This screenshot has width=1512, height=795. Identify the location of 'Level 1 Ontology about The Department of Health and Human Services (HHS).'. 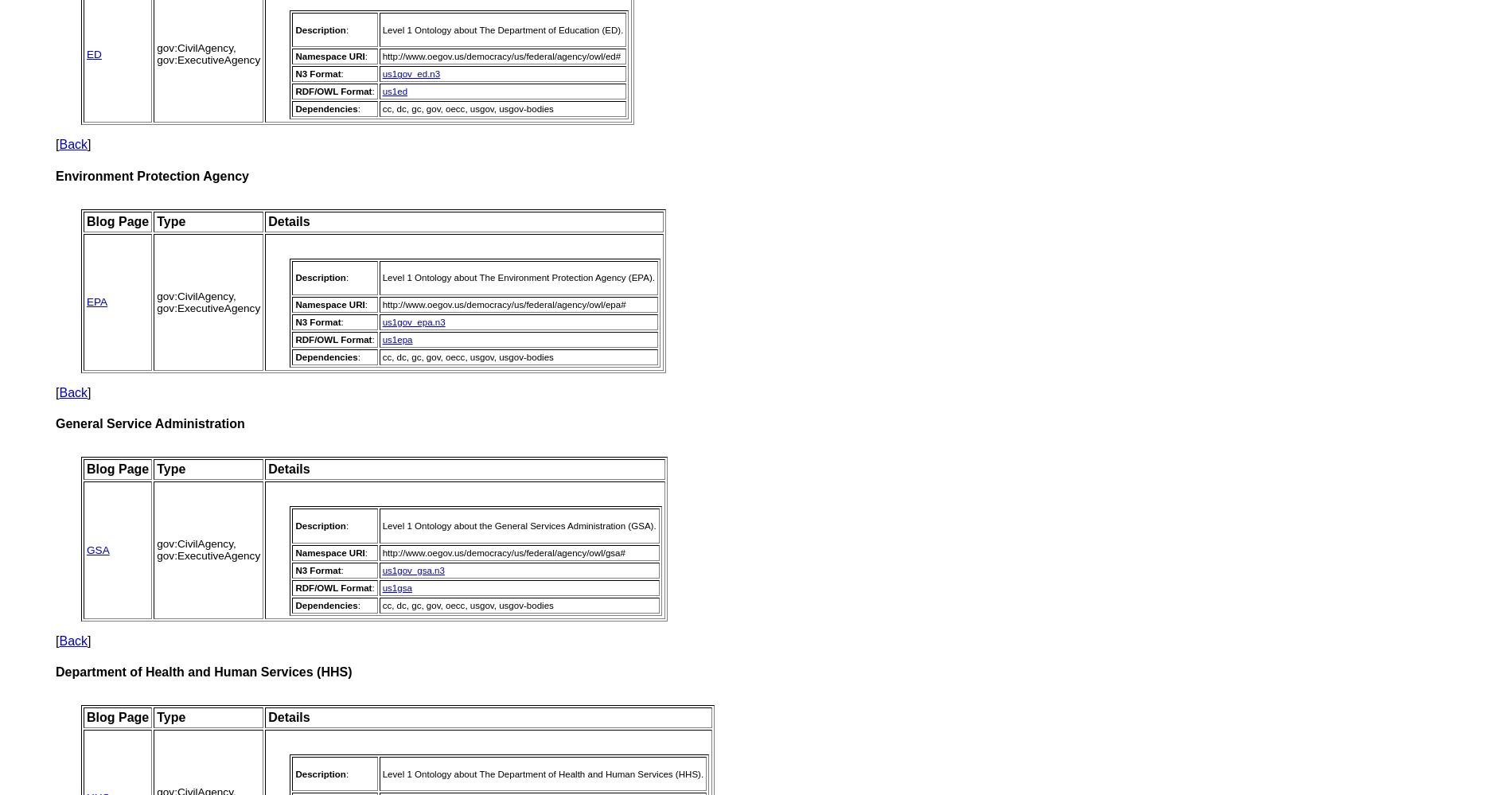
(542, 773).